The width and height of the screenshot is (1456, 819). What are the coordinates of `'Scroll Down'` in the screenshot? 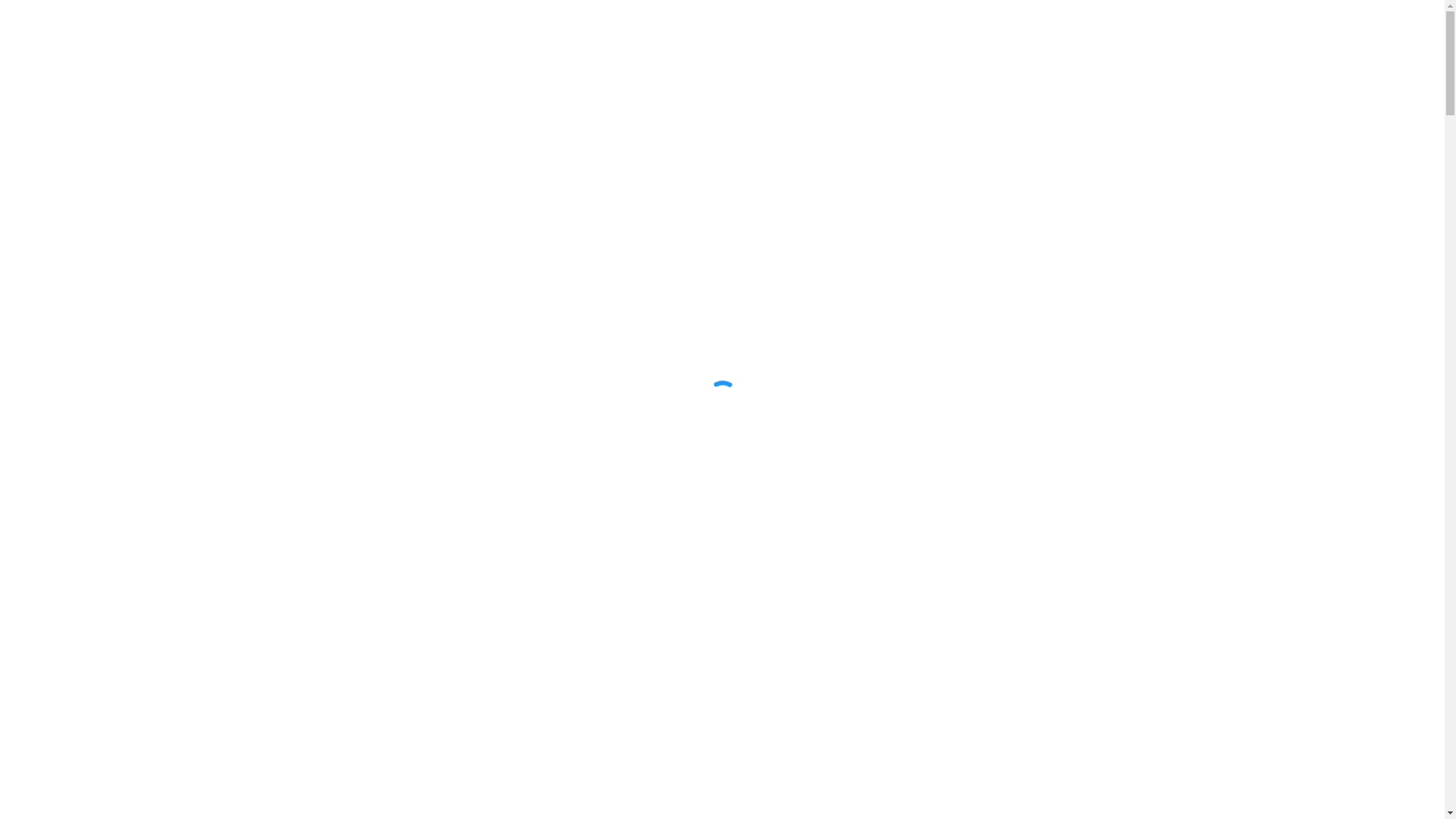 It's located at (721, 762).